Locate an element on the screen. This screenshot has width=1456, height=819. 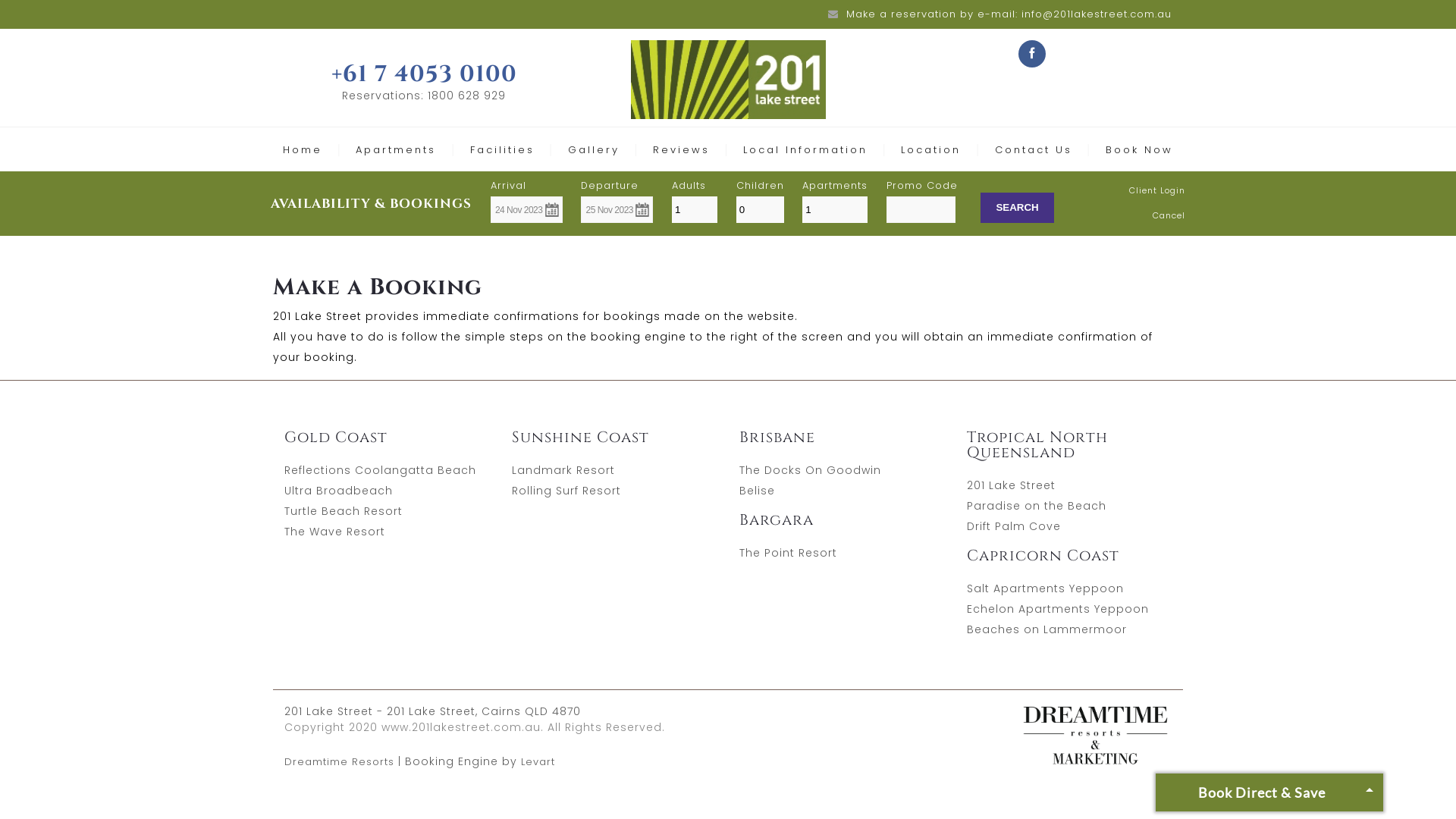
'Drift Palm Cove' is located at coordinates (1014, 526).